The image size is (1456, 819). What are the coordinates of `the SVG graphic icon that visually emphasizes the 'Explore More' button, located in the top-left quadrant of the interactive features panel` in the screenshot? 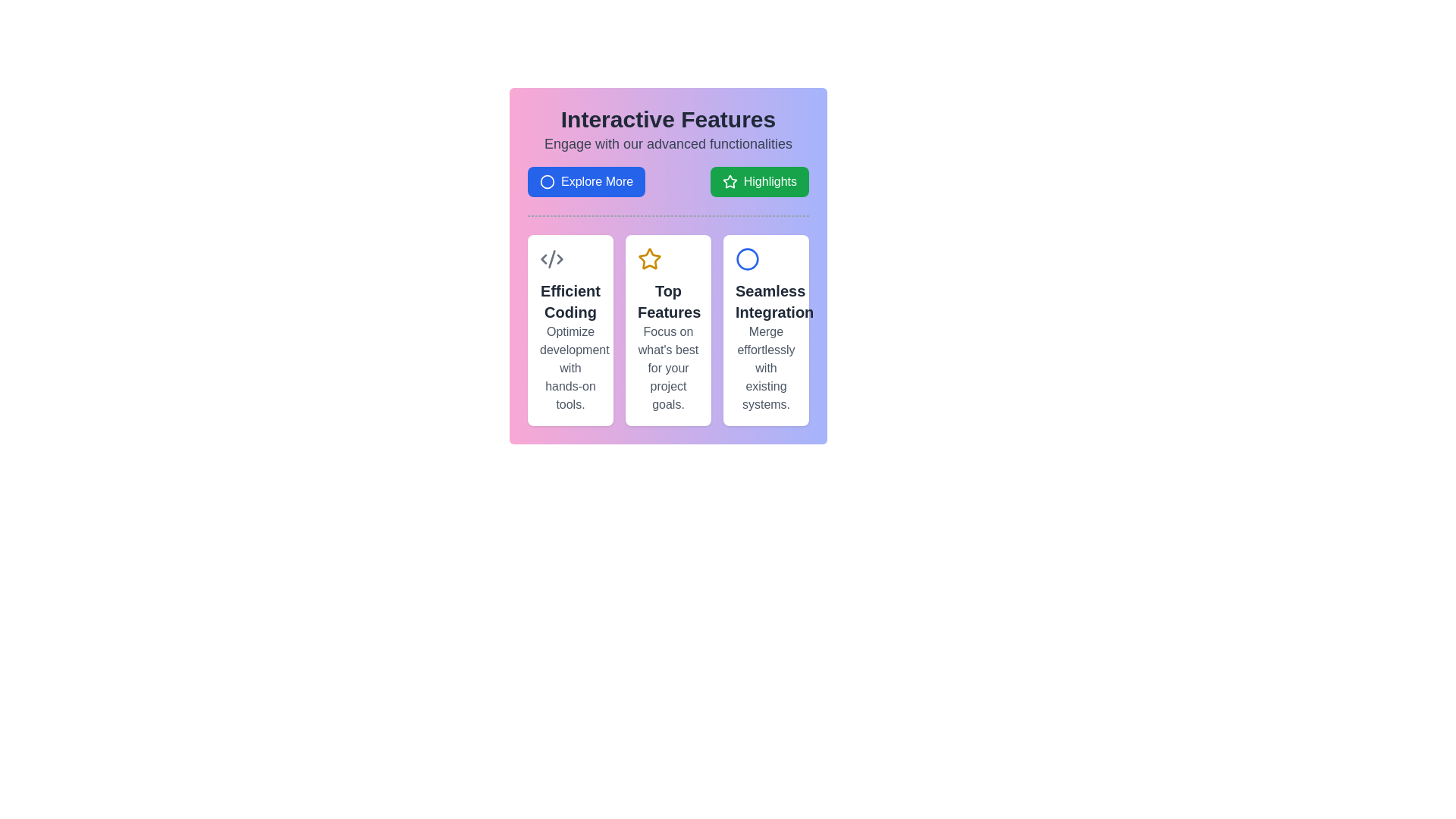 It's located at (546, 180).